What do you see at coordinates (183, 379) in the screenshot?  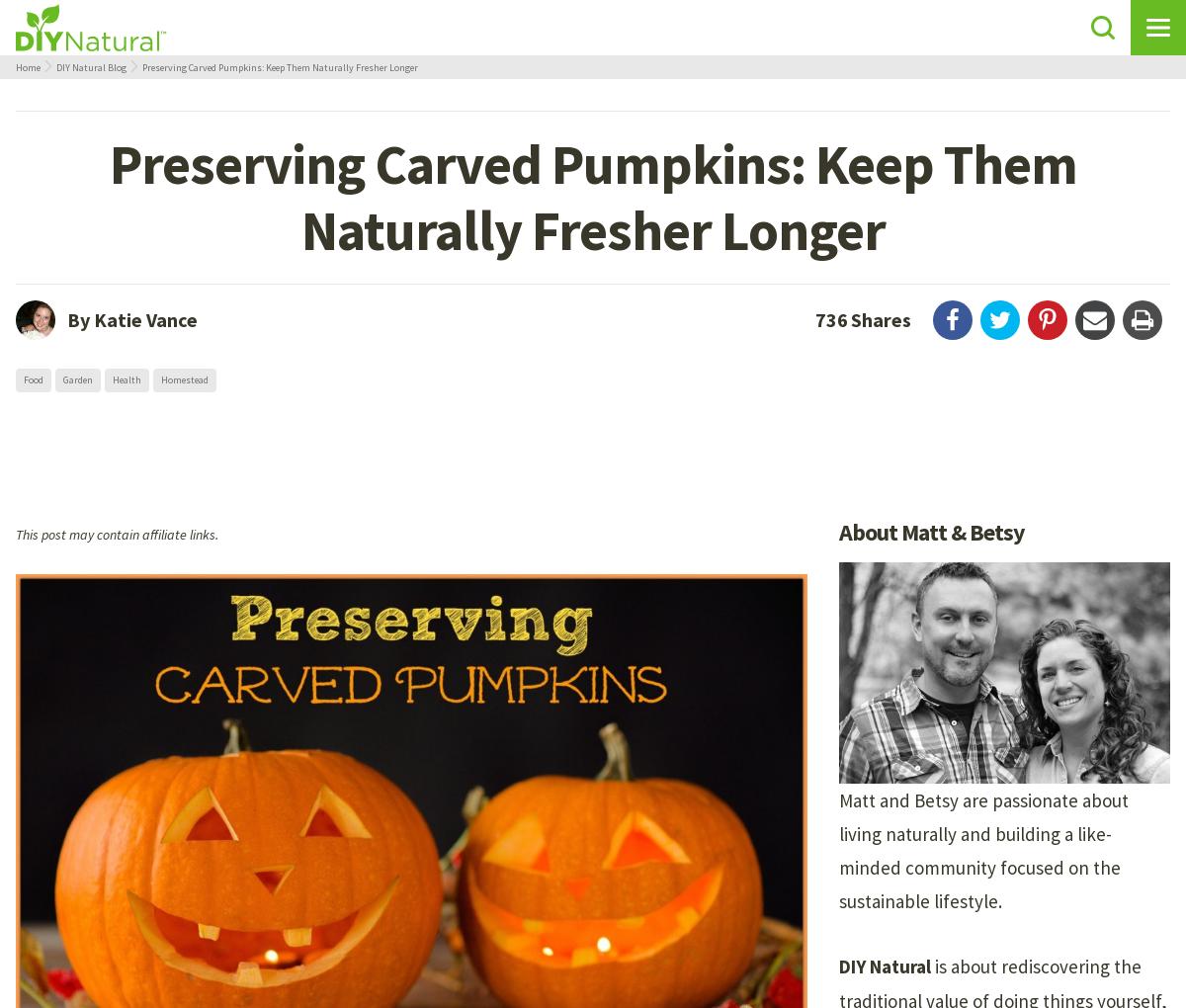 I see `'Homestead'` at bounding box center [183, 379].